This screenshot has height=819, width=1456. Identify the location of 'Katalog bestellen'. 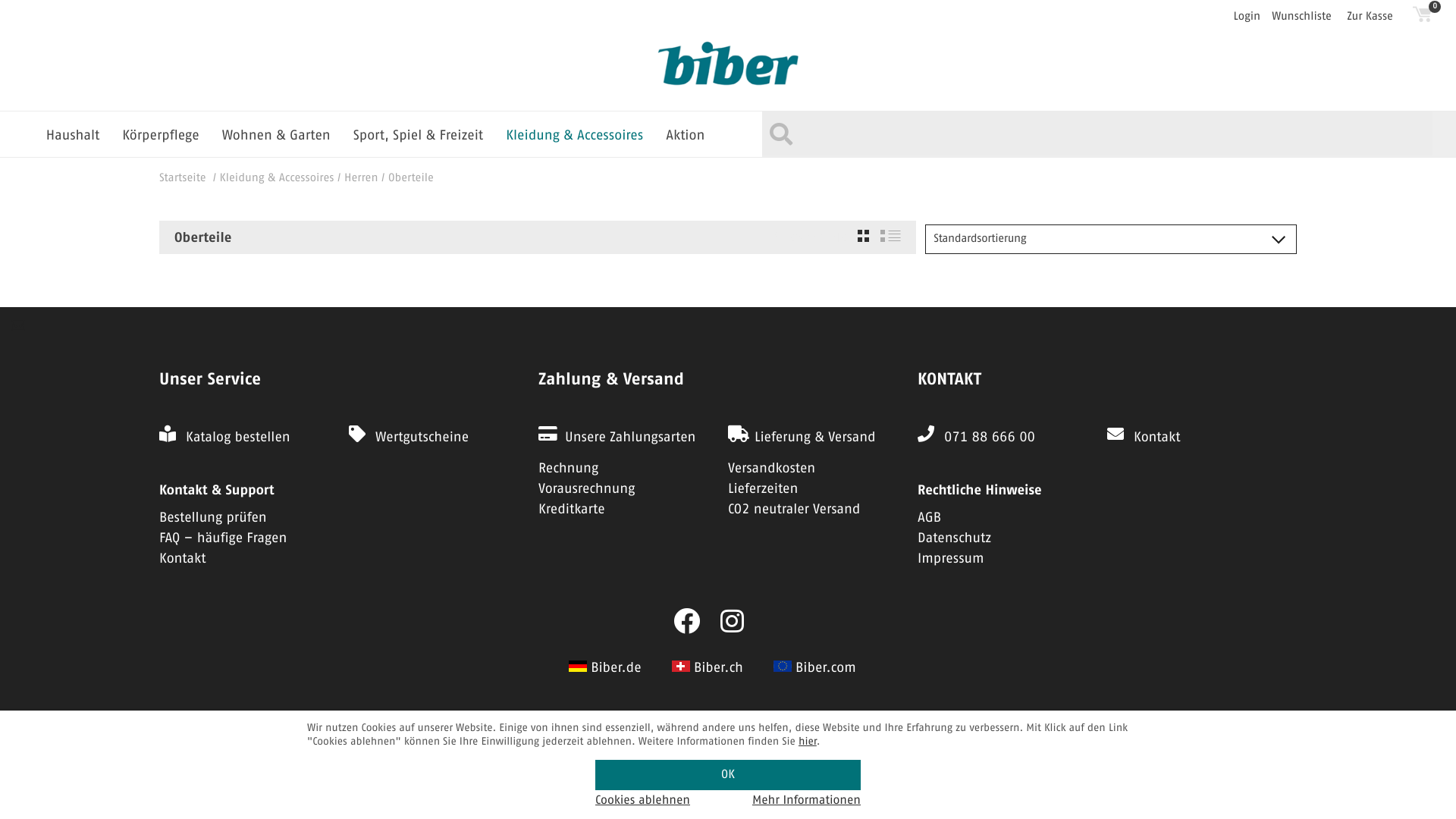
(237, 438).